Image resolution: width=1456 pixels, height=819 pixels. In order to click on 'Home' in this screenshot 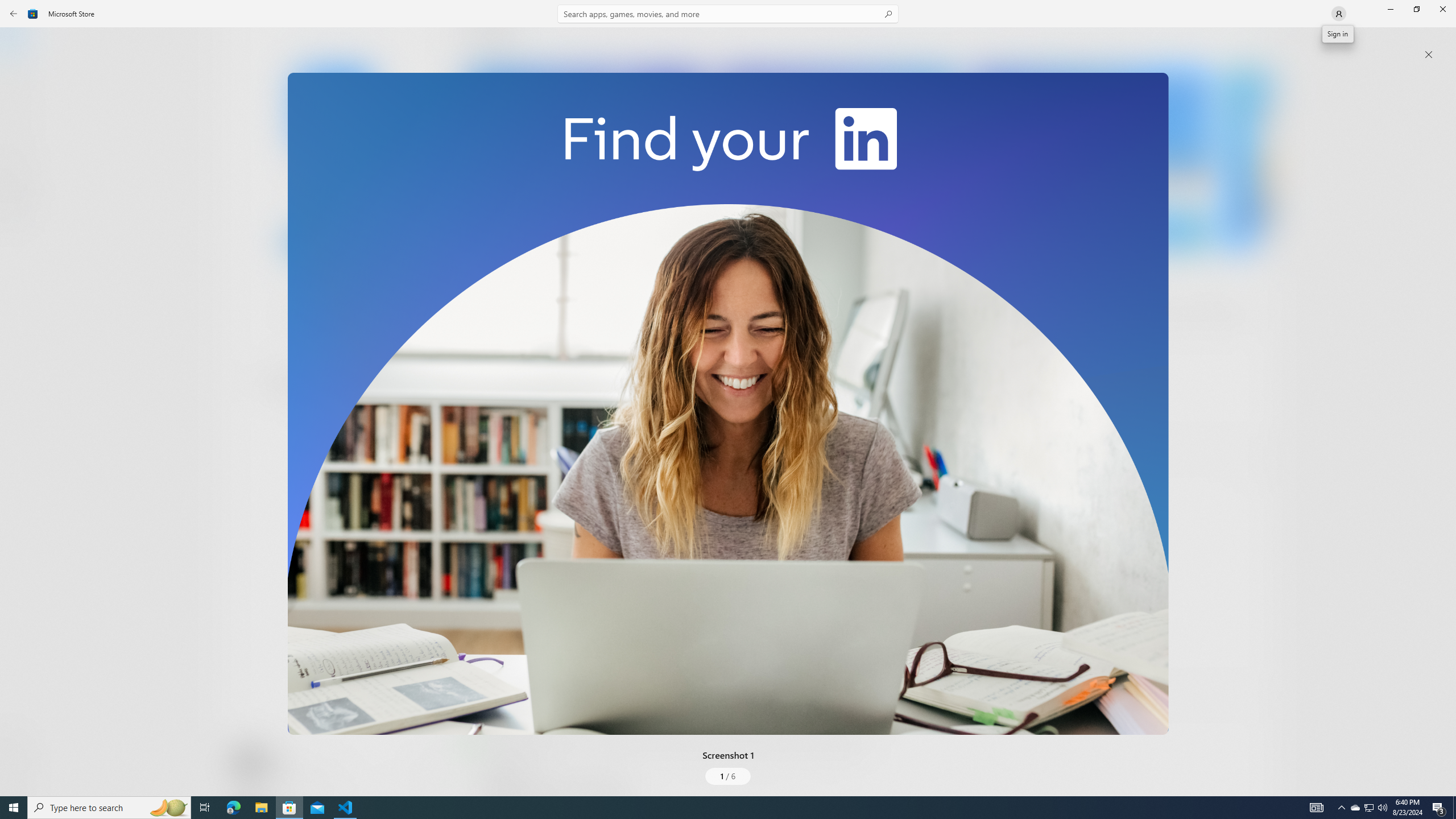, I will do `click(19, 44)`.